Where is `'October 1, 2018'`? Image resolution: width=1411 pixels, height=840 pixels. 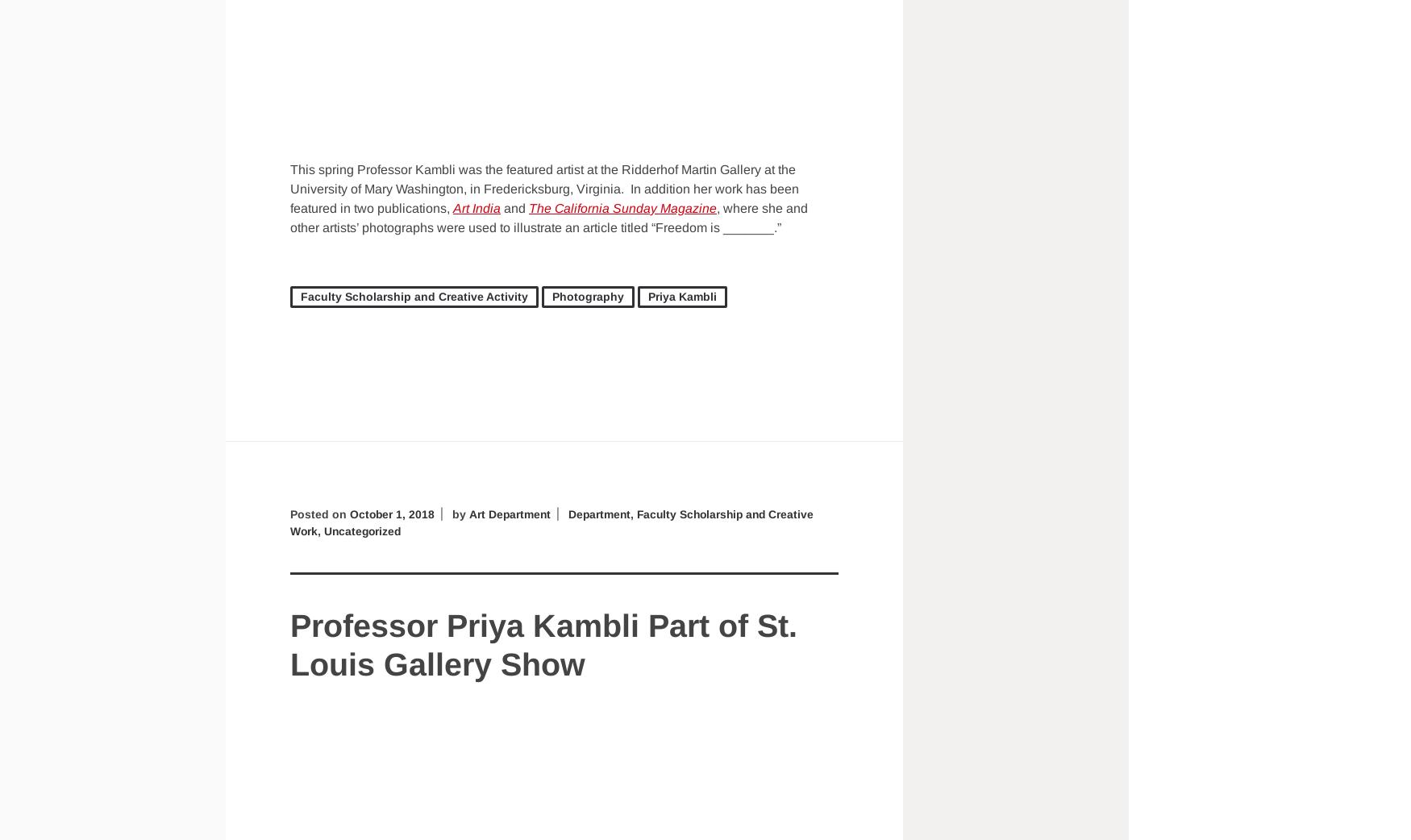
'October 1, 2018' is located at coordinates (393, 513).